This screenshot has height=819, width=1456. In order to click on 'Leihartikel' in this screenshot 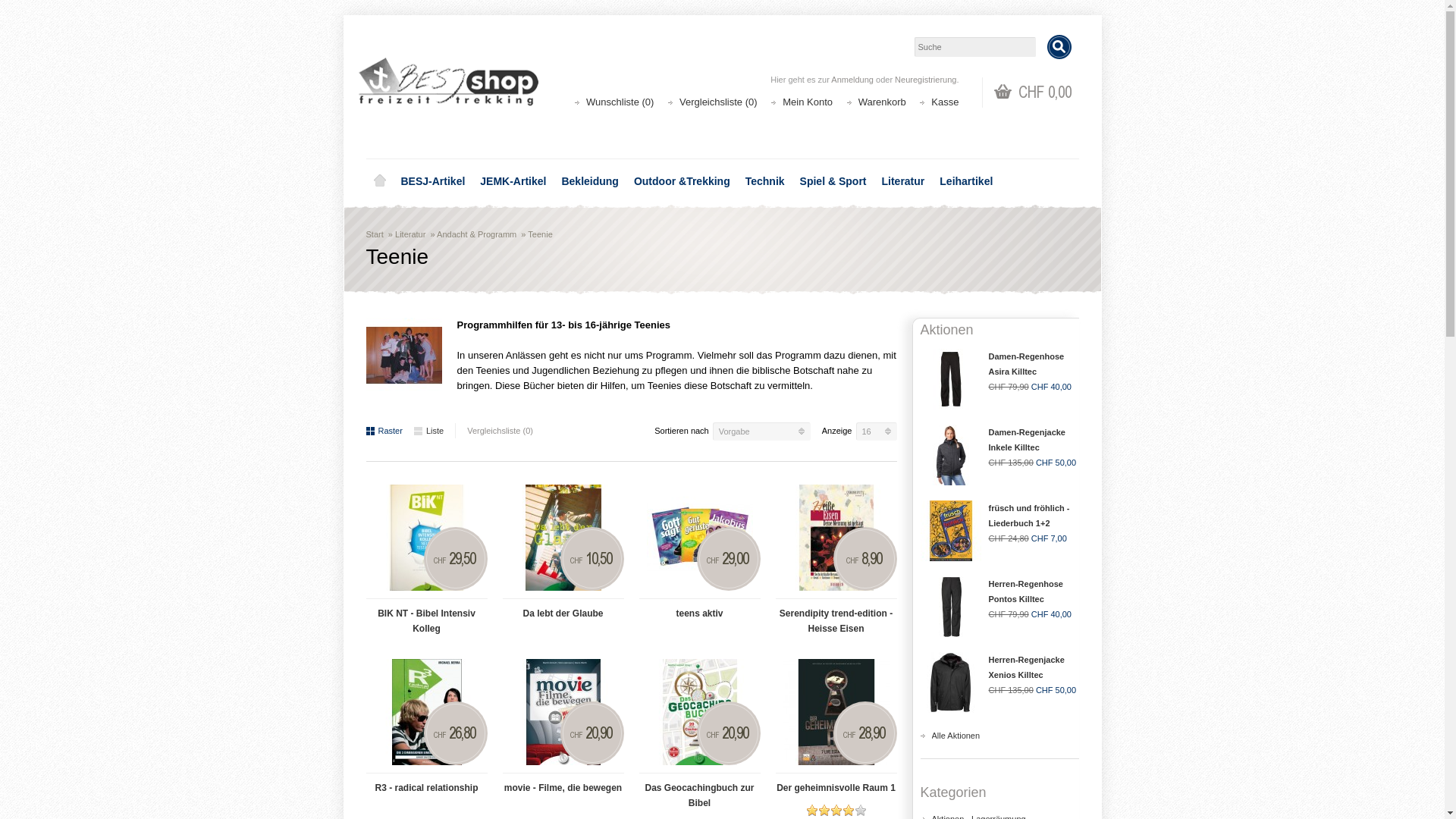, I will do `click(965, 180)`.